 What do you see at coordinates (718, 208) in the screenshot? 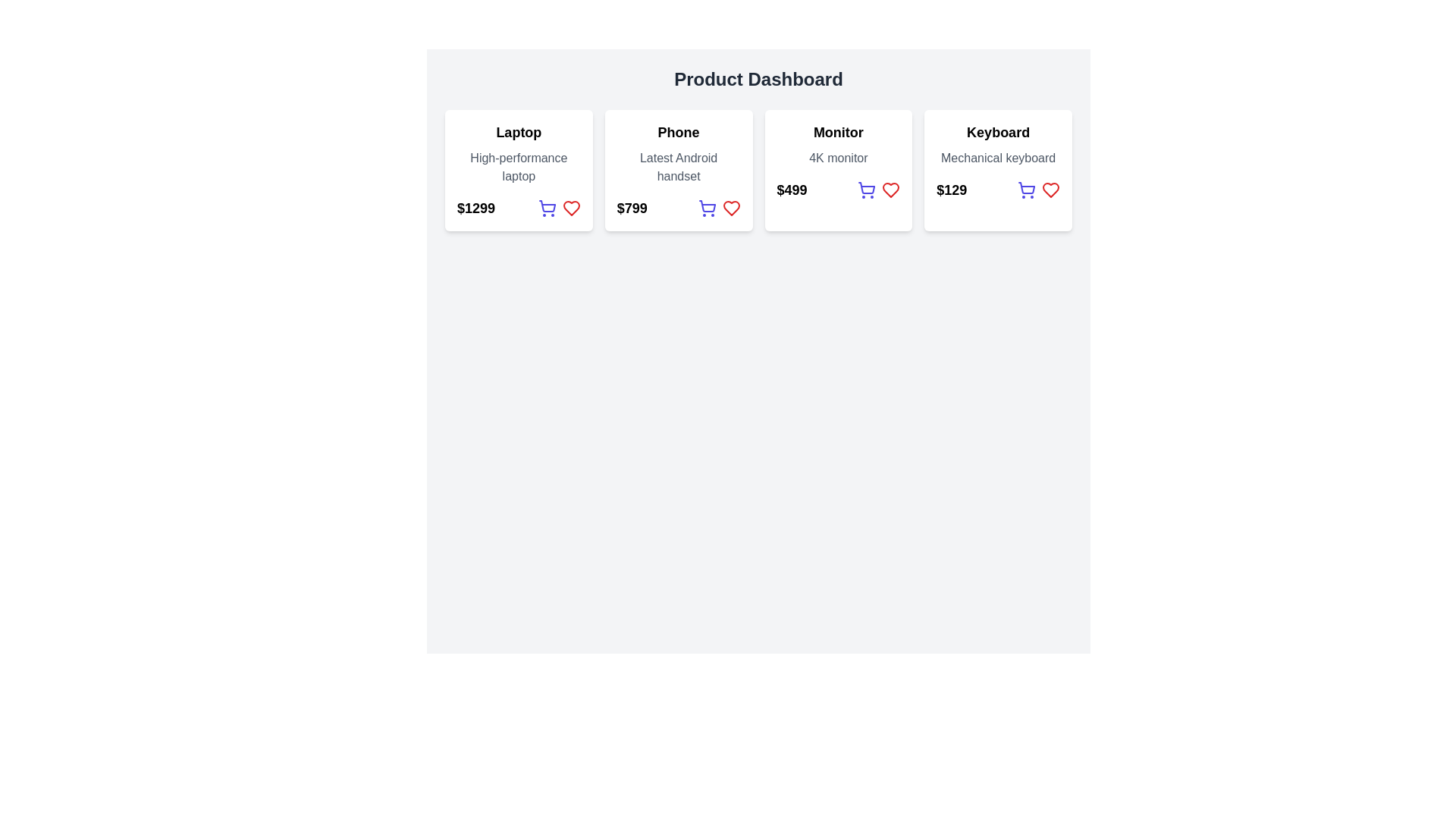
I see `the shopping cart icon located within the 'Phone' item card, which is aligned to the right of the displayed price '$799'` at bounding box center [718, 208].